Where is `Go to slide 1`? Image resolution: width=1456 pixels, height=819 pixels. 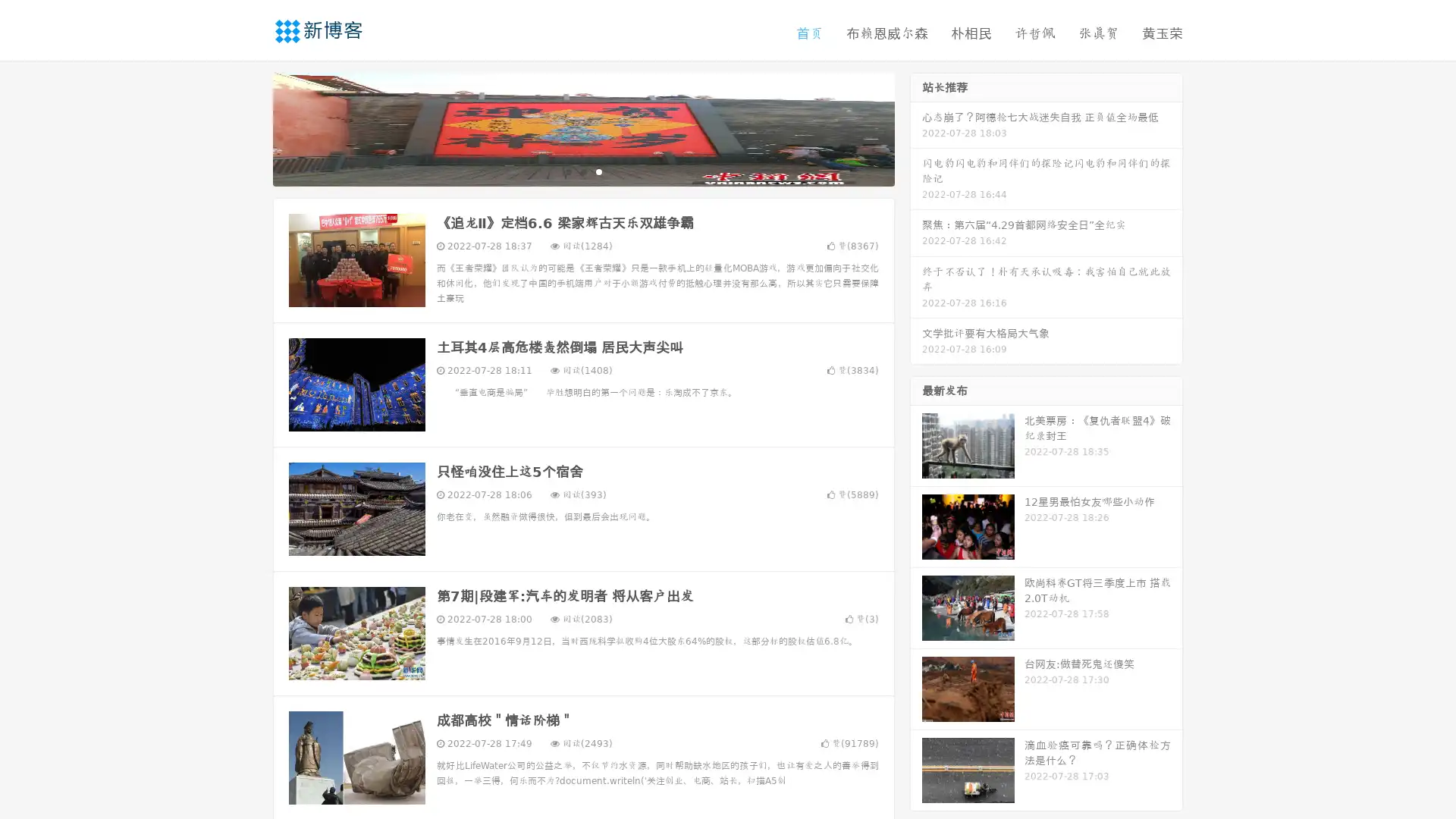
Go to slide 1 is located at coordinates (567, 171).